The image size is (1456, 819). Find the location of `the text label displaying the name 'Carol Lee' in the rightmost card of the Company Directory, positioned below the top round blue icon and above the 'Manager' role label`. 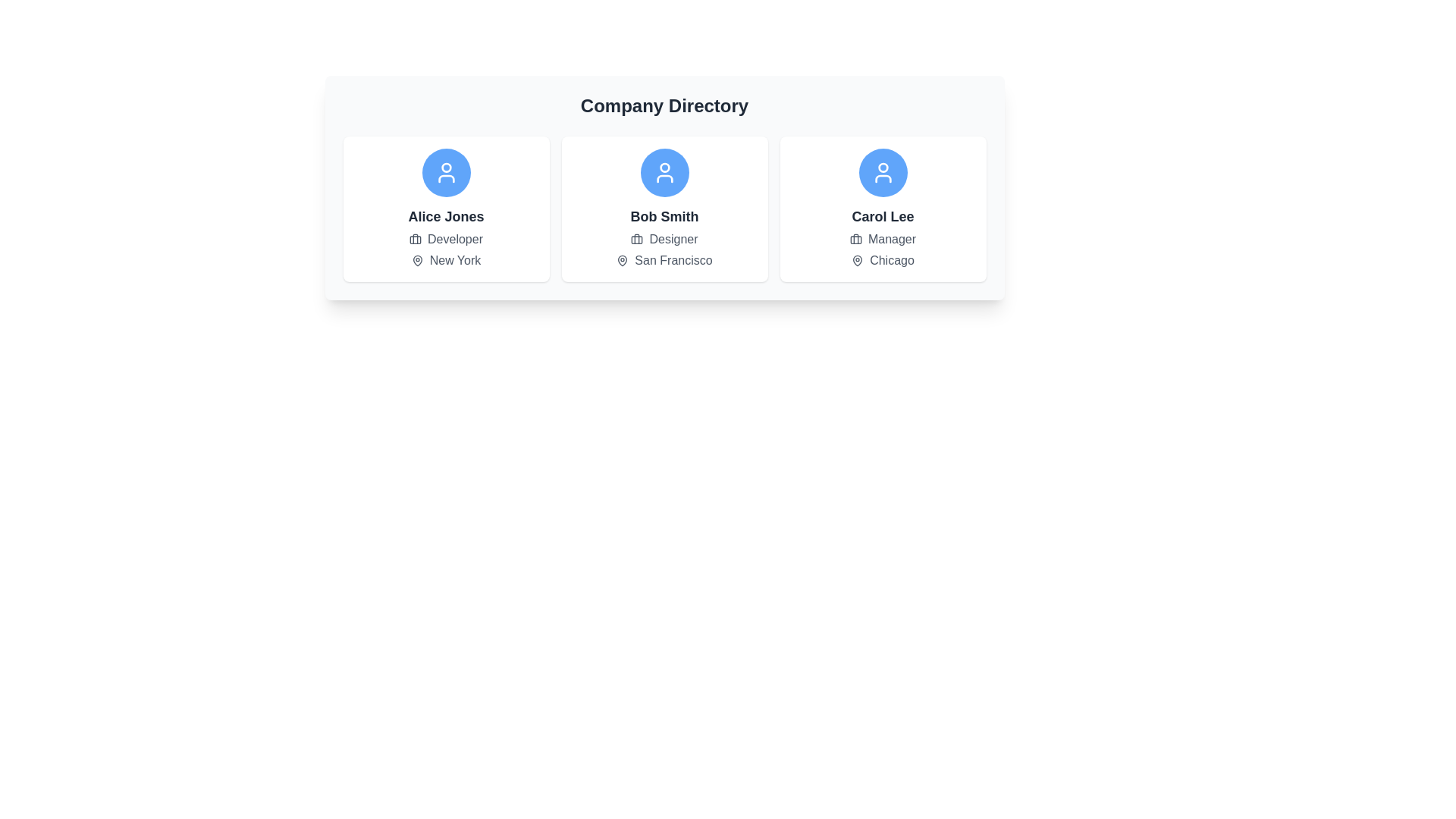

the text label displaying the name 'Carol Lee' in the rightmost card of the Company Directory, positioned below the top round blue icon and above the 'Manager' role label is located at coordinates (883, 216).